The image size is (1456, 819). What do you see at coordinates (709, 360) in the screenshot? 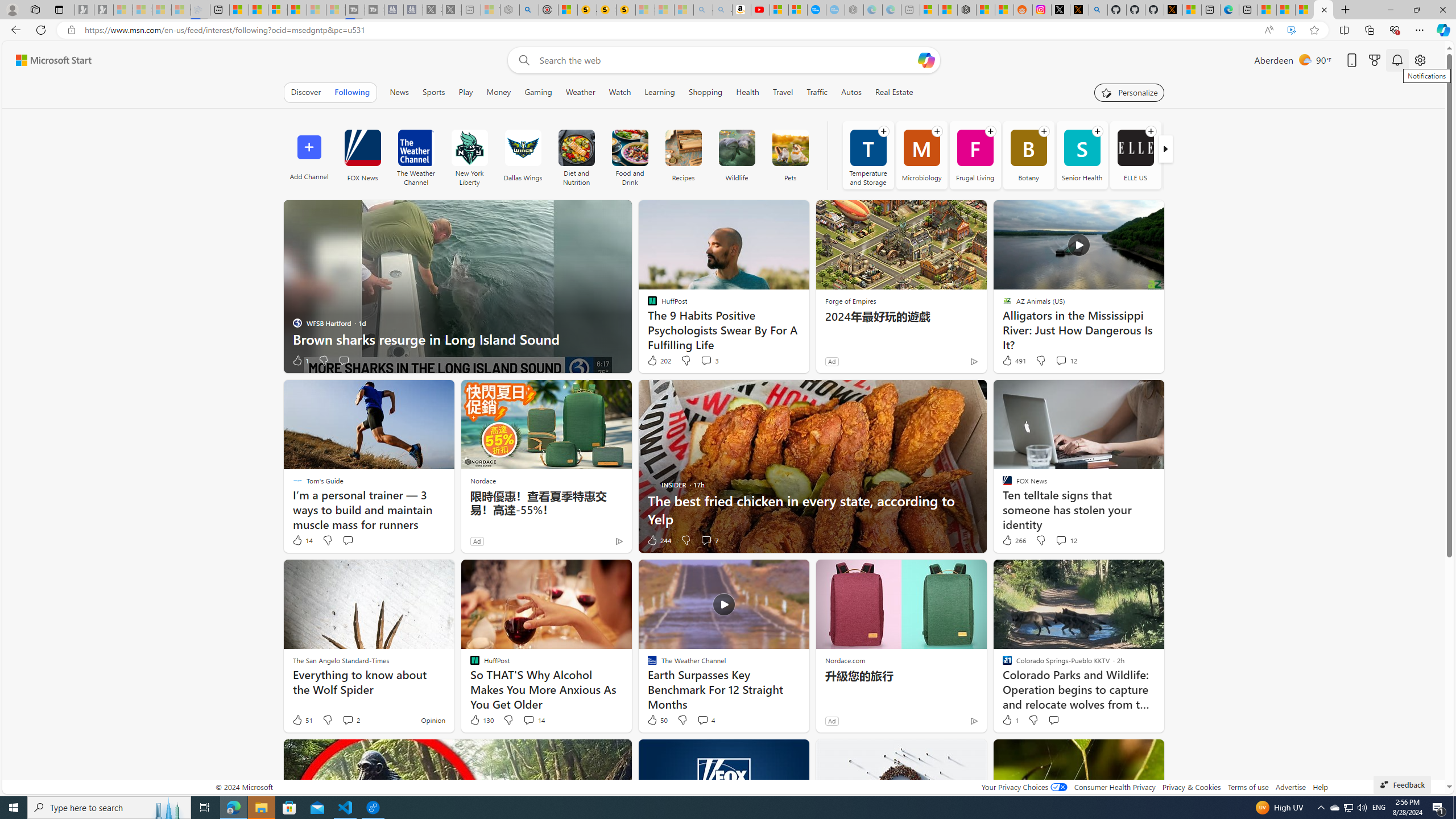
I see `'View comments 3 Comment'` at bounding box center [709, 360].